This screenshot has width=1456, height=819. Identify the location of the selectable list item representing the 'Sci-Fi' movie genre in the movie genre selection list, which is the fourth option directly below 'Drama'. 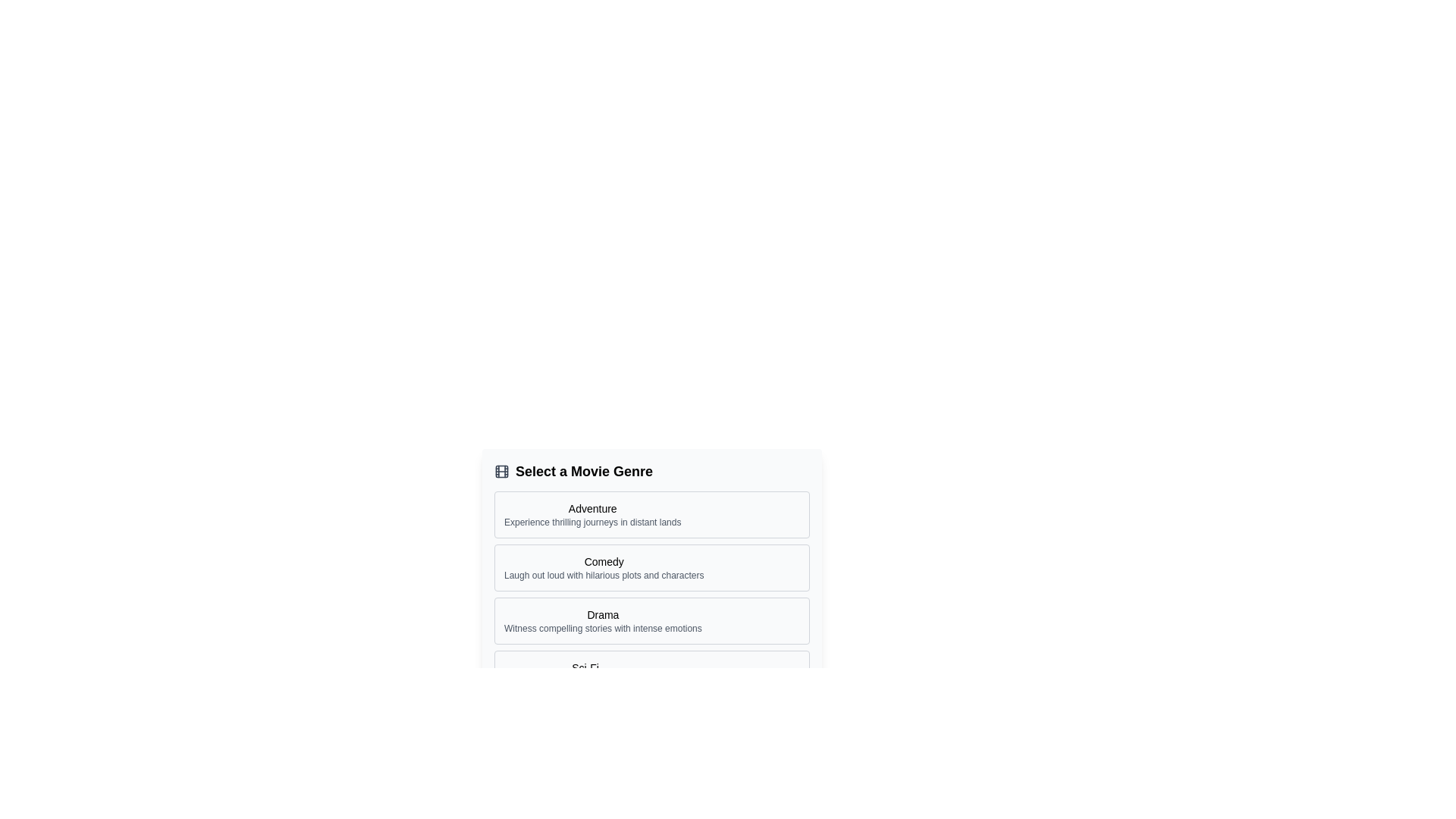
(585, 673).